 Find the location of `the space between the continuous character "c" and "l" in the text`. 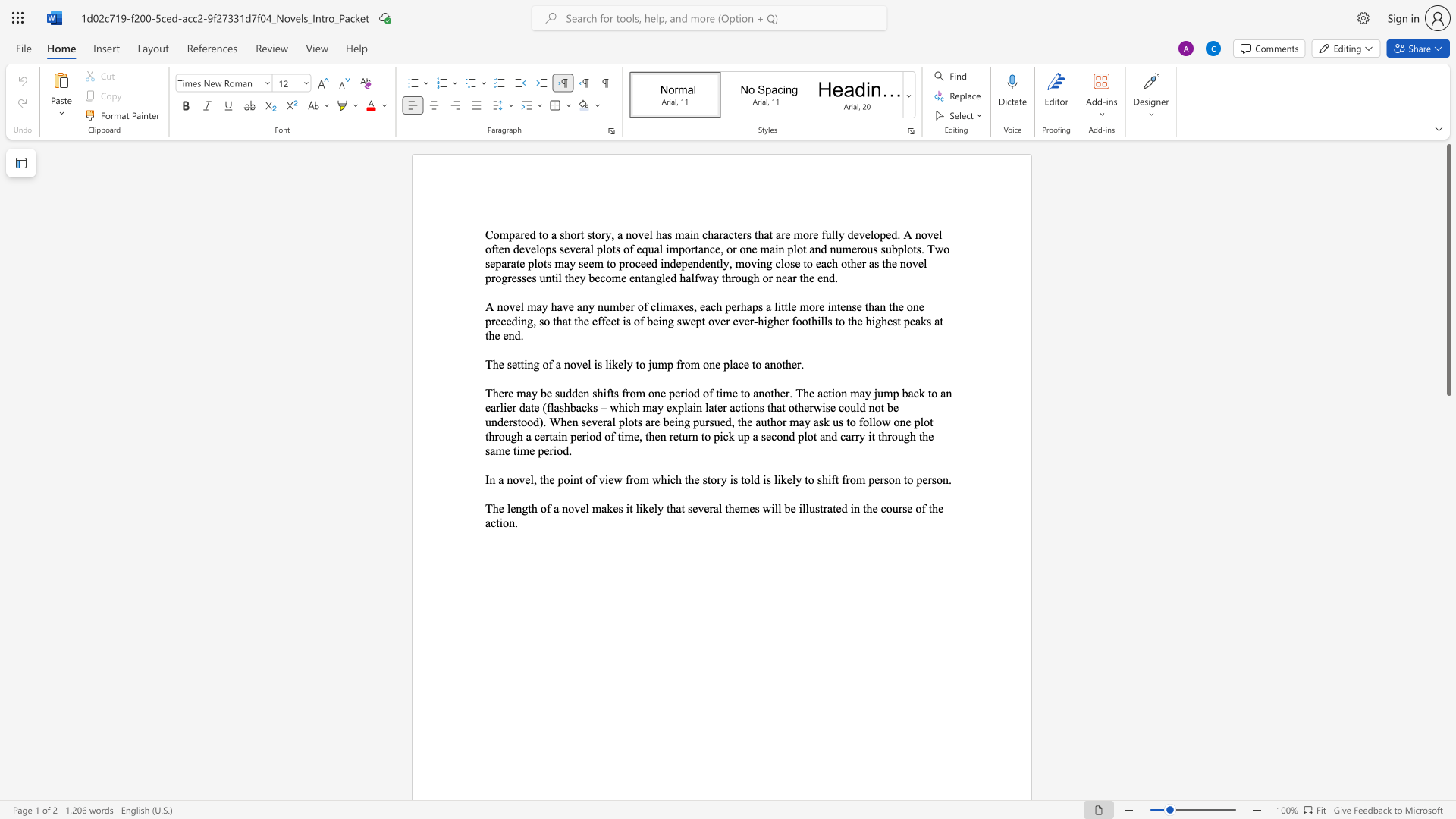

the space between the continuous character "c" and "l" in the text is located at coordinates (780, 262).